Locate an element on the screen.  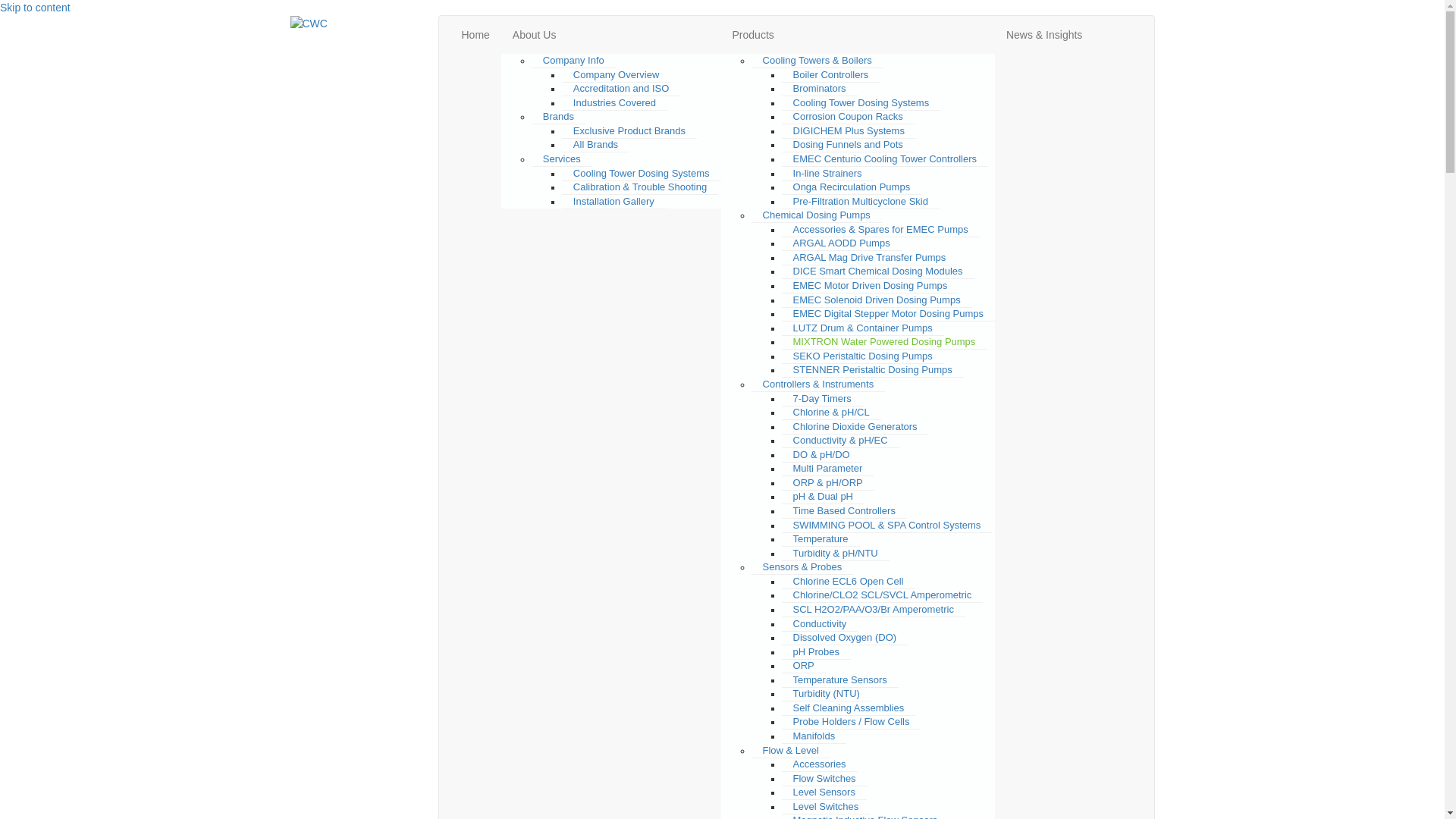
'Company Overview' is located at coordinates (616, 75).